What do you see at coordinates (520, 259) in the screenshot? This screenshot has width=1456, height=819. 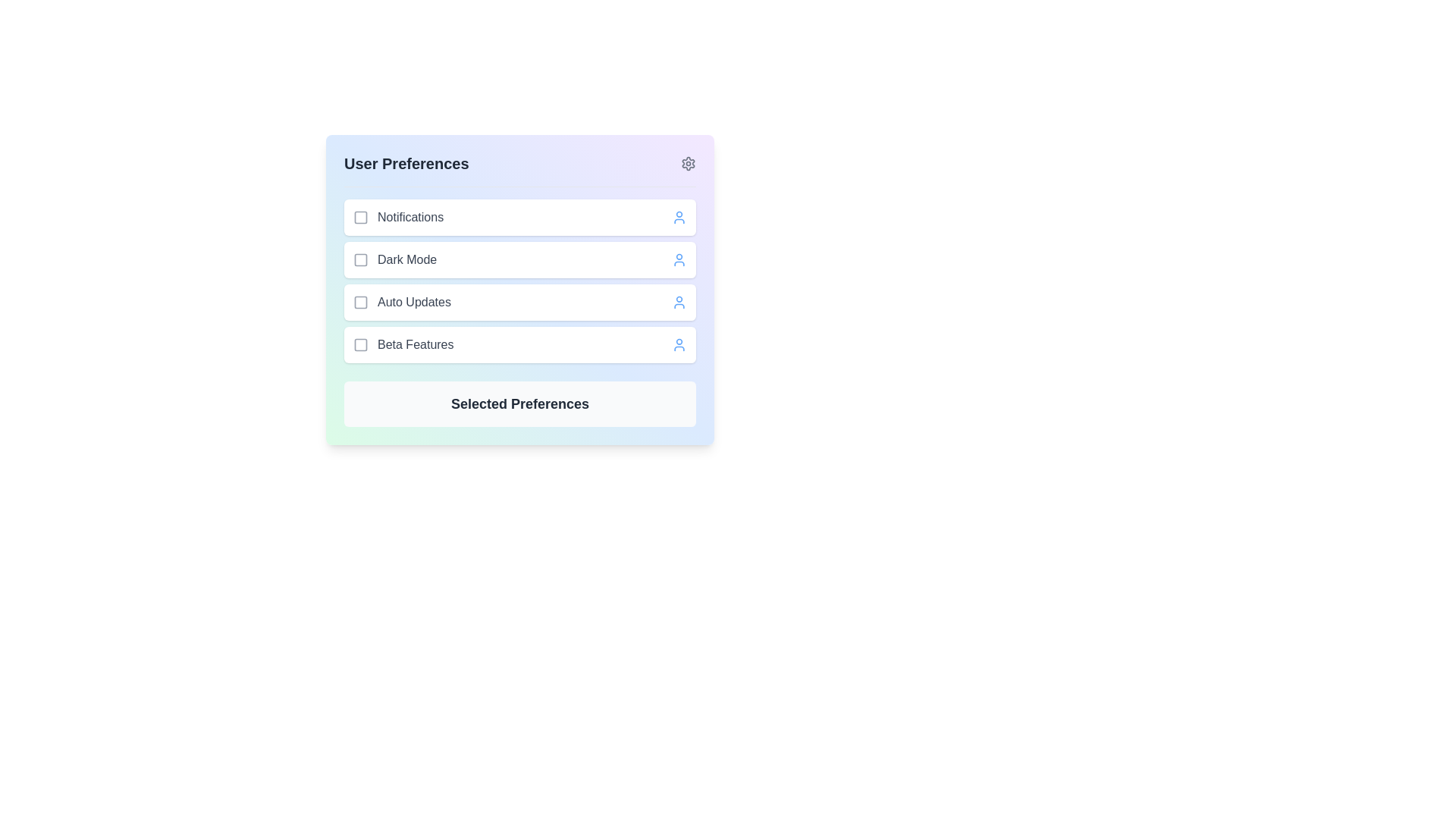 I see `the 'Dark Mode' selectable option in the User Preferences section` at bounding box center [520, 259].